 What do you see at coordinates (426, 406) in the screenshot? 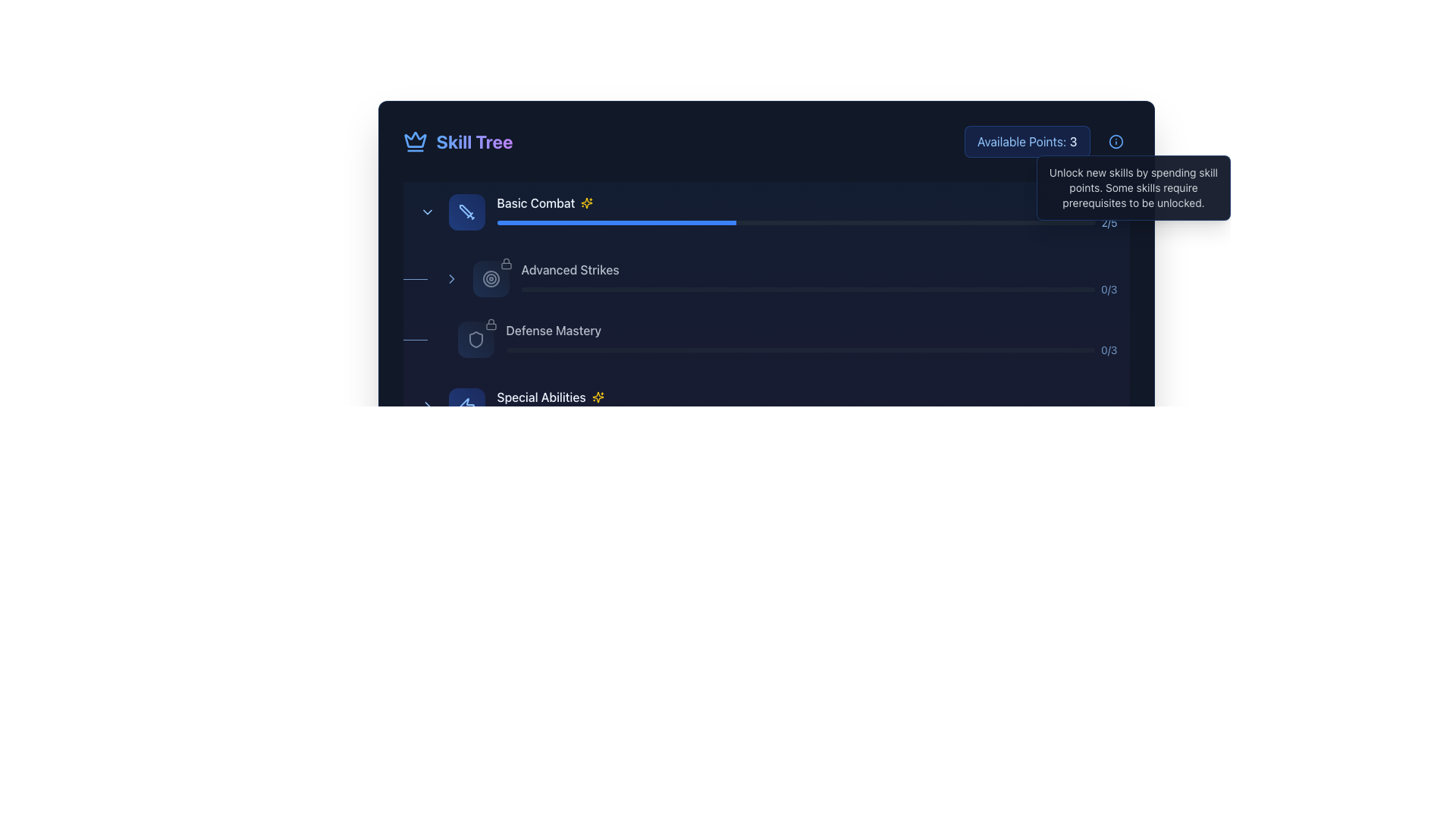
I see `the chevron right icon located in the 'Special Abilities' section of the skill tree` at bounding box center [426, 406].